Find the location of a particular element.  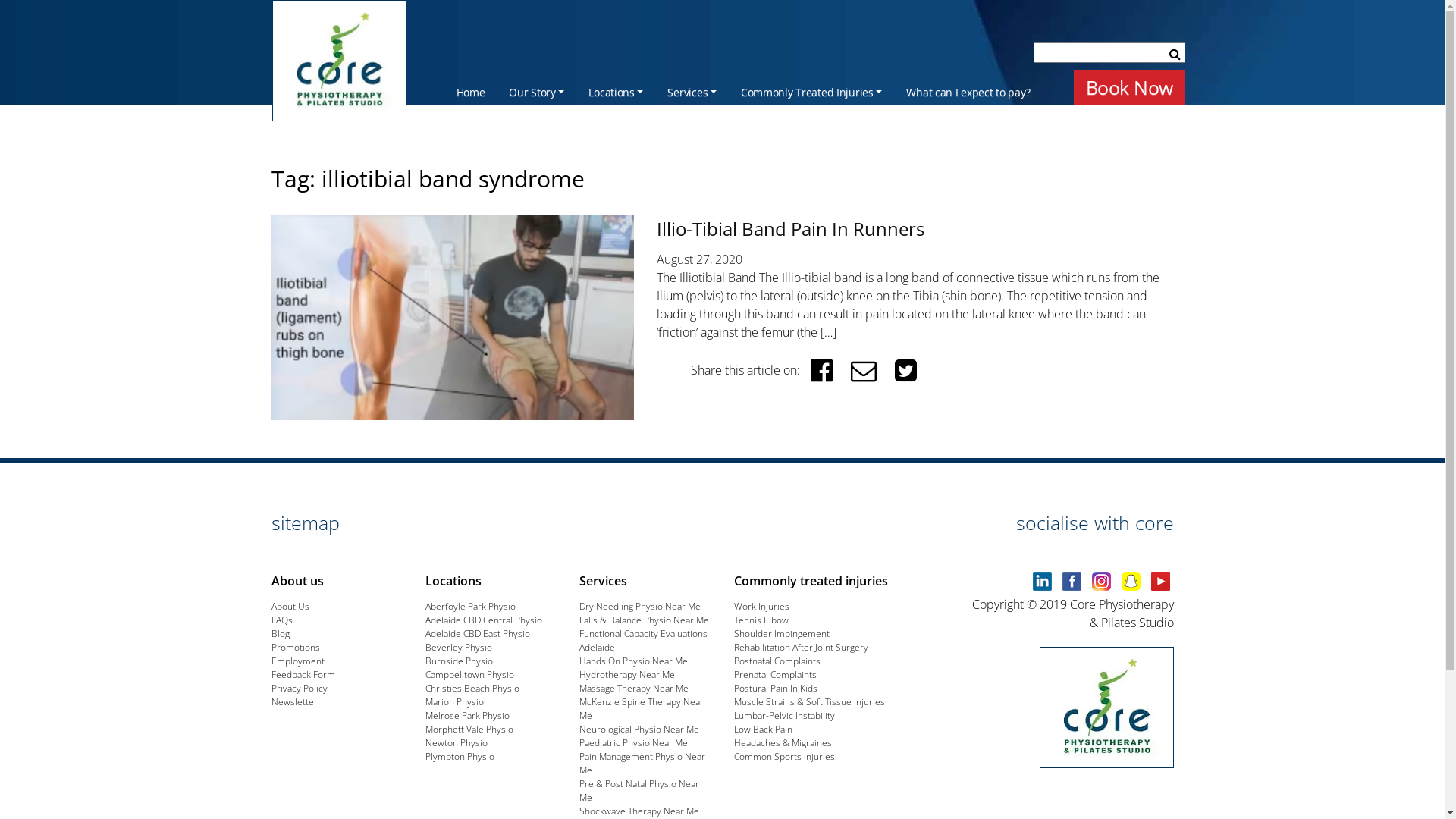

'Pre & Post Natal Physio Near Me' is located at coordinates (639, 789).